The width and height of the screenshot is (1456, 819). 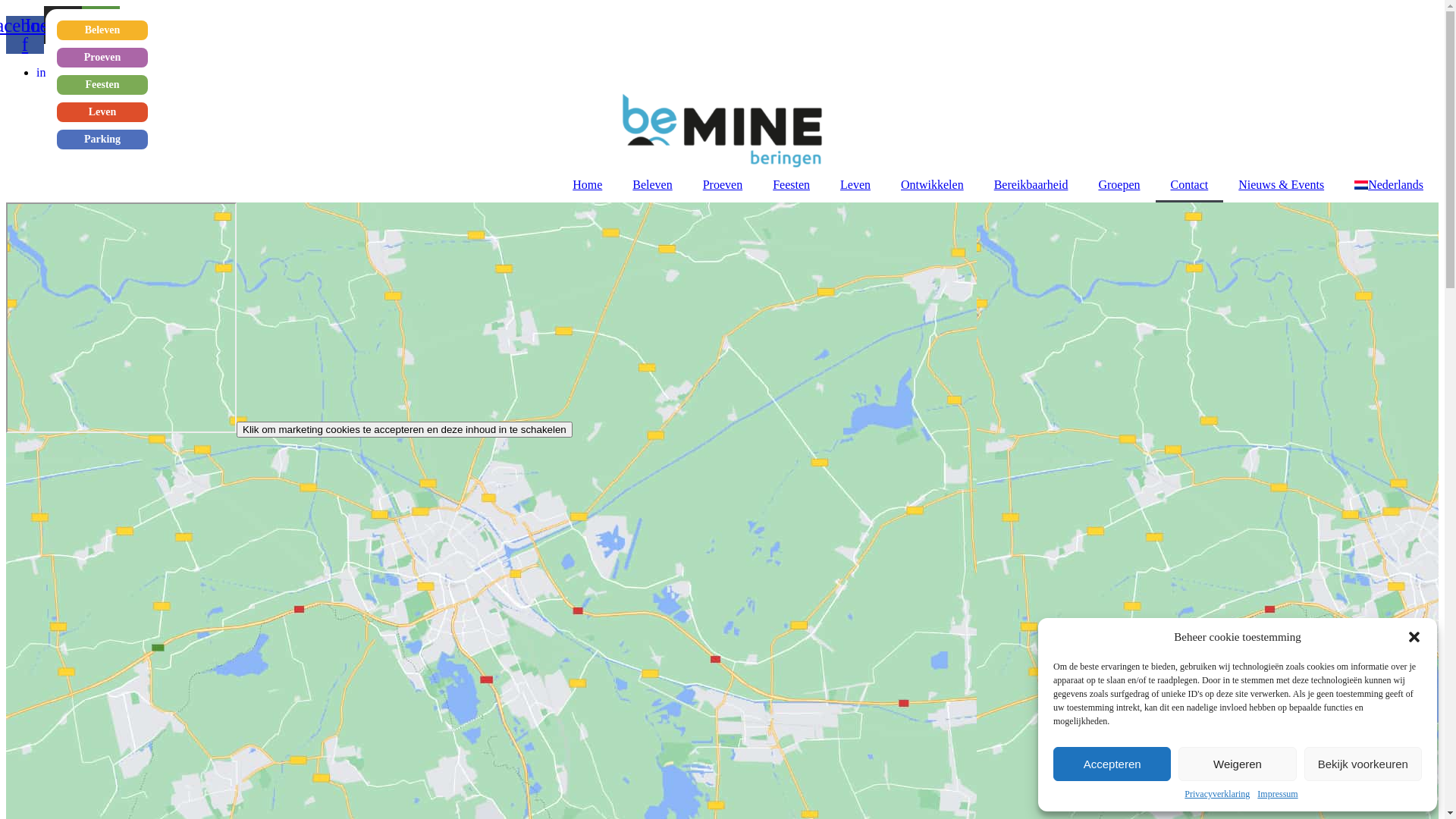 What do you see at coordinates (79, 71) in the screenshot?
I see `'info@beMINE.be'` at bounding box center [79, 71].